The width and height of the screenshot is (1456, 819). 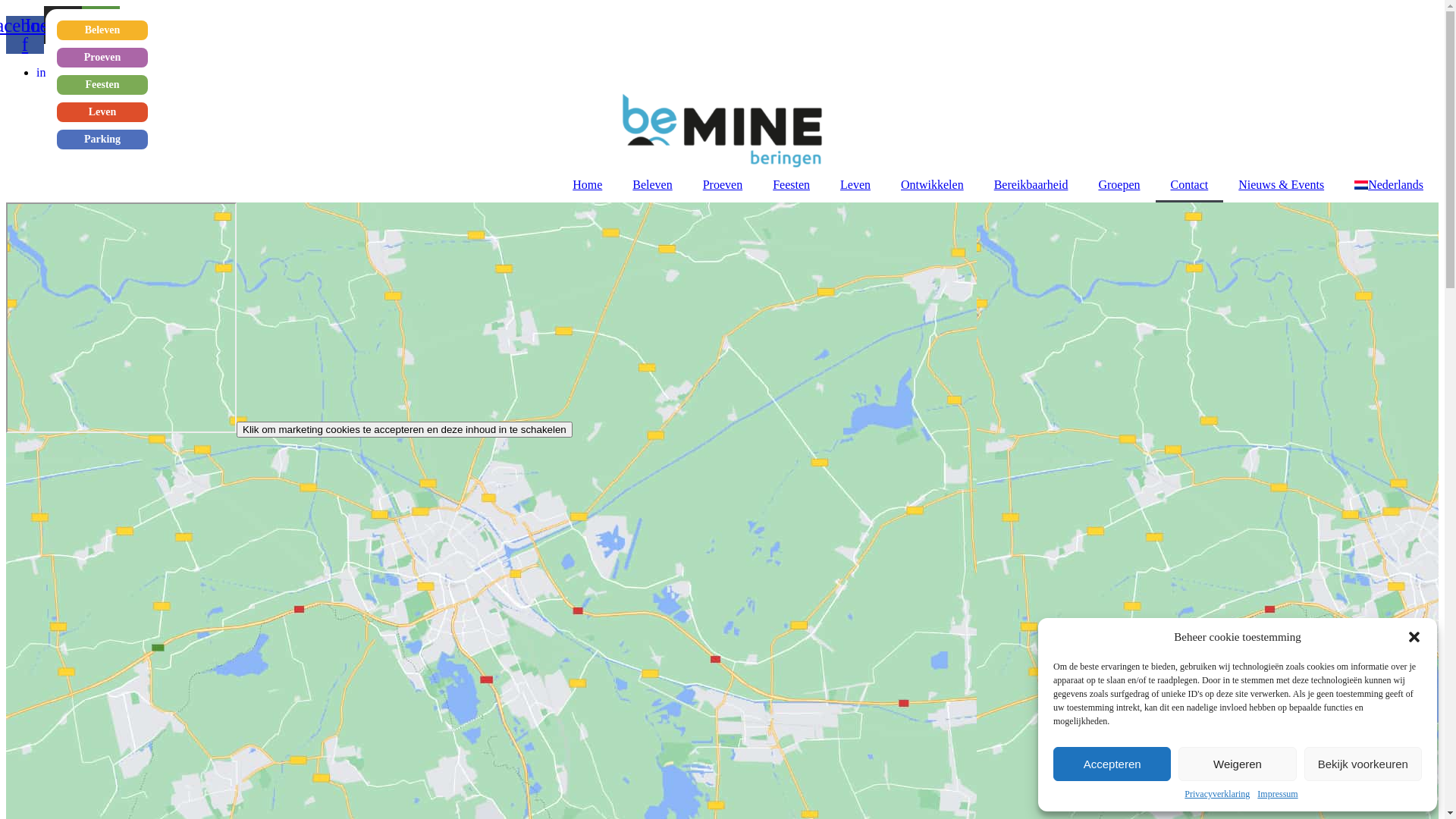 What do you see at coordinates (79, 71) in the screenshot?
I see `'info@beMINE.be'` at bounding box center [79, 71].